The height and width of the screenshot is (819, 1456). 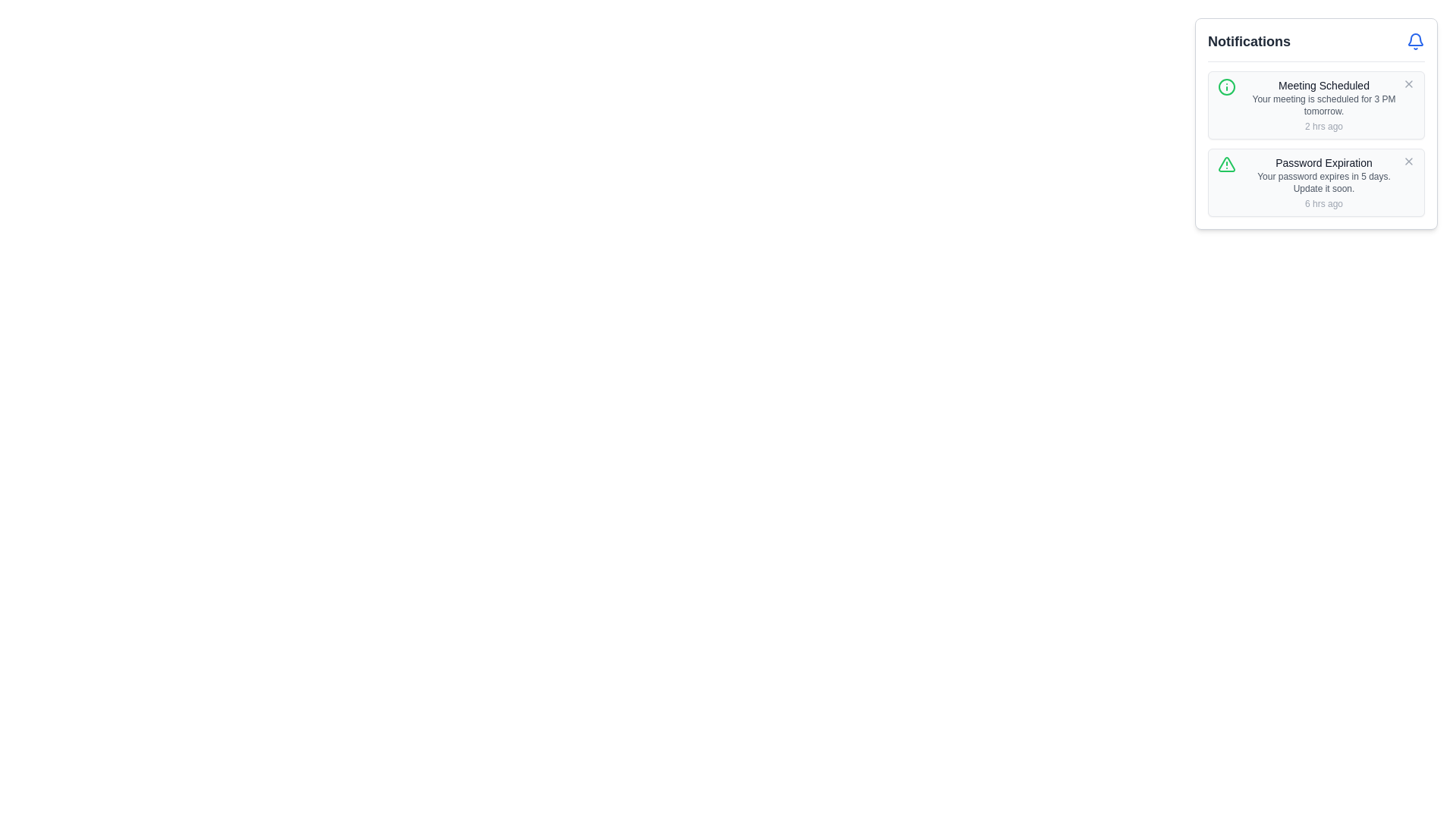 I want to click on the text block displaying the label 'Password Expiration' in the notification card, which is styled with a medium font size and gray color, located at the upper section of the second notification in the vertical notifications list, so click(x=1323, y=163).